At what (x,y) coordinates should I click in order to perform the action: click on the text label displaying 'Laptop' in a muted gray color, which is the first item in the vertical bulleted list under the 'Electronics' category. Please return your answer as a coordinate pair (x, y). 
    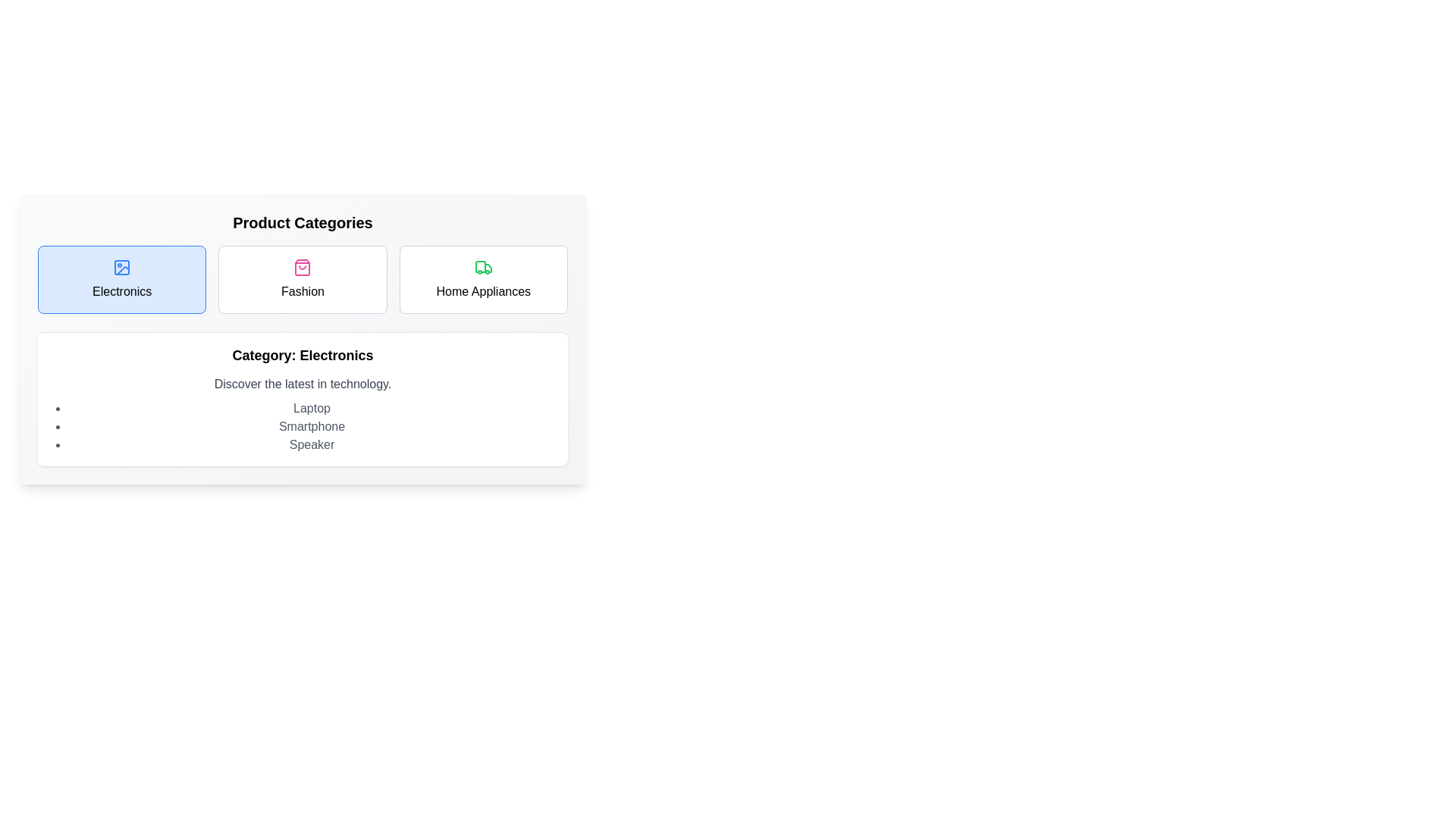
    Looking at the image, I should click on (311, 408).